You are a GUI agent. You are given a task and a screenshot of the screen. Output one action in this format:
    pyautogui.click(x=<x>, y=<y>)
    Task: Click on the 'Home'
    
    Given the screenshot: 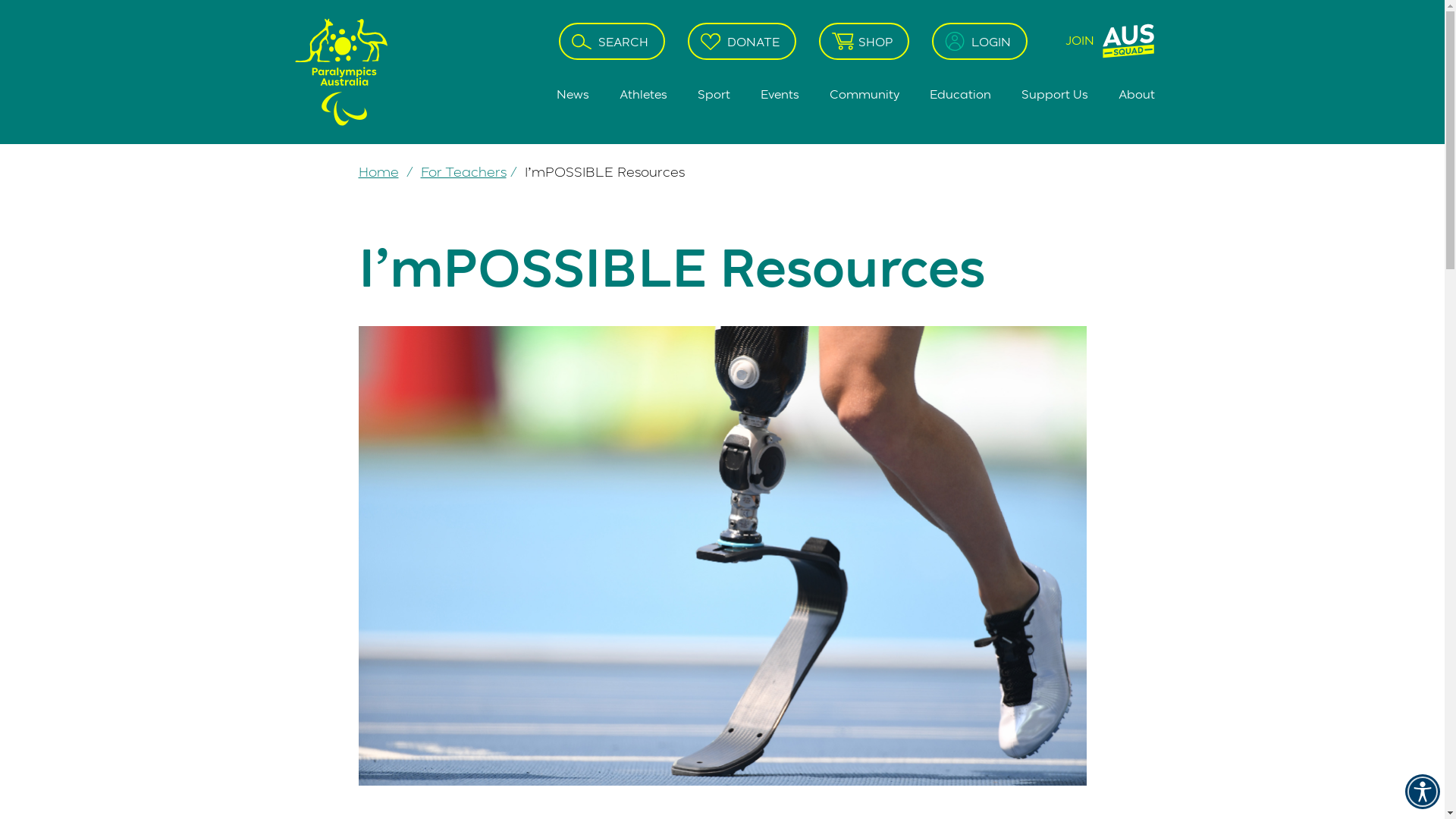 What is the action you would take?
    pyautogui.click(x=378, y=171)
    